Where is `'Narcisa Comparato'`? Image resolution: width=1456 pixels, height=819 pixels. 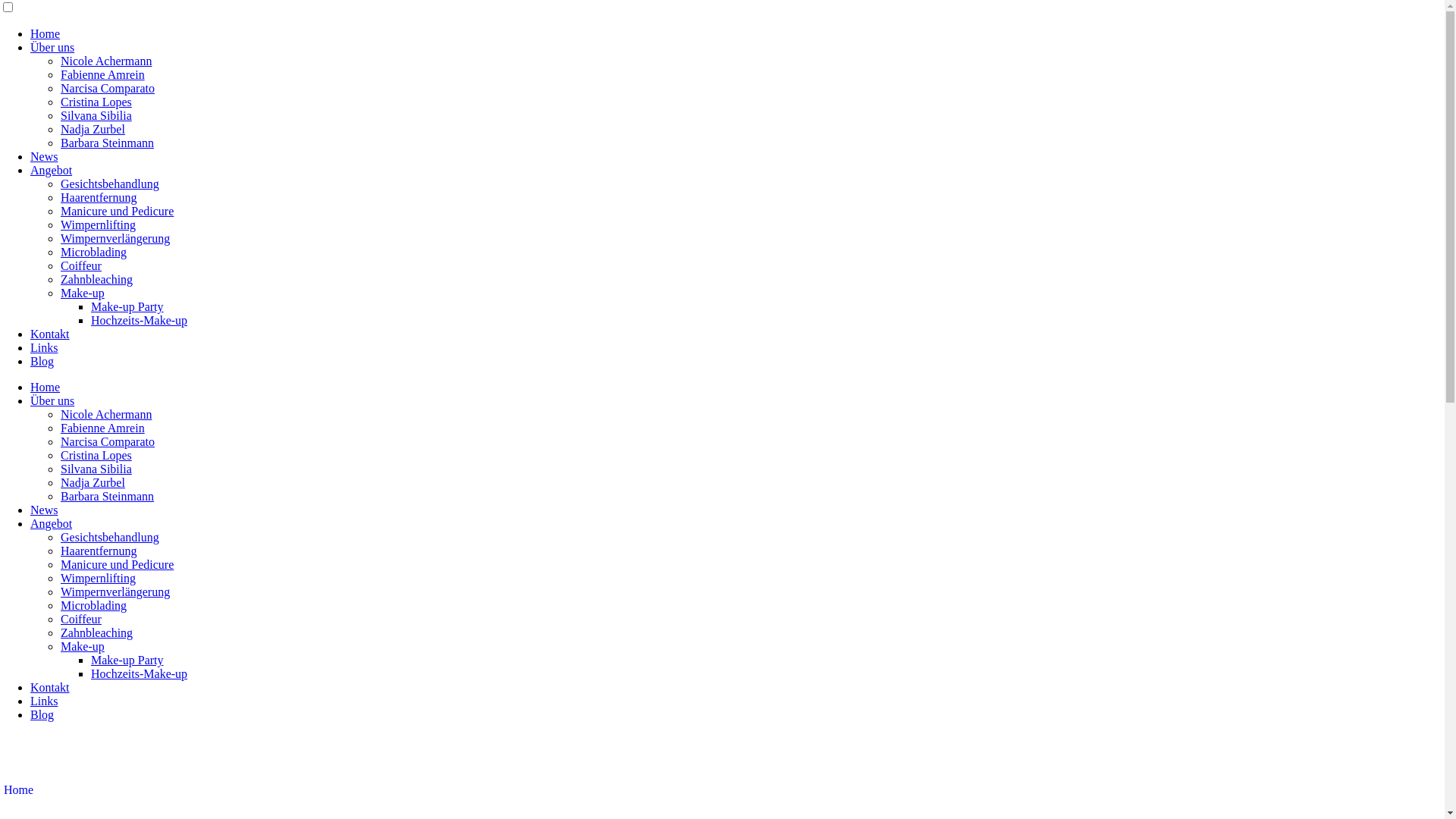 'Narcisa Comparato' is located at coordinates (107, 88).